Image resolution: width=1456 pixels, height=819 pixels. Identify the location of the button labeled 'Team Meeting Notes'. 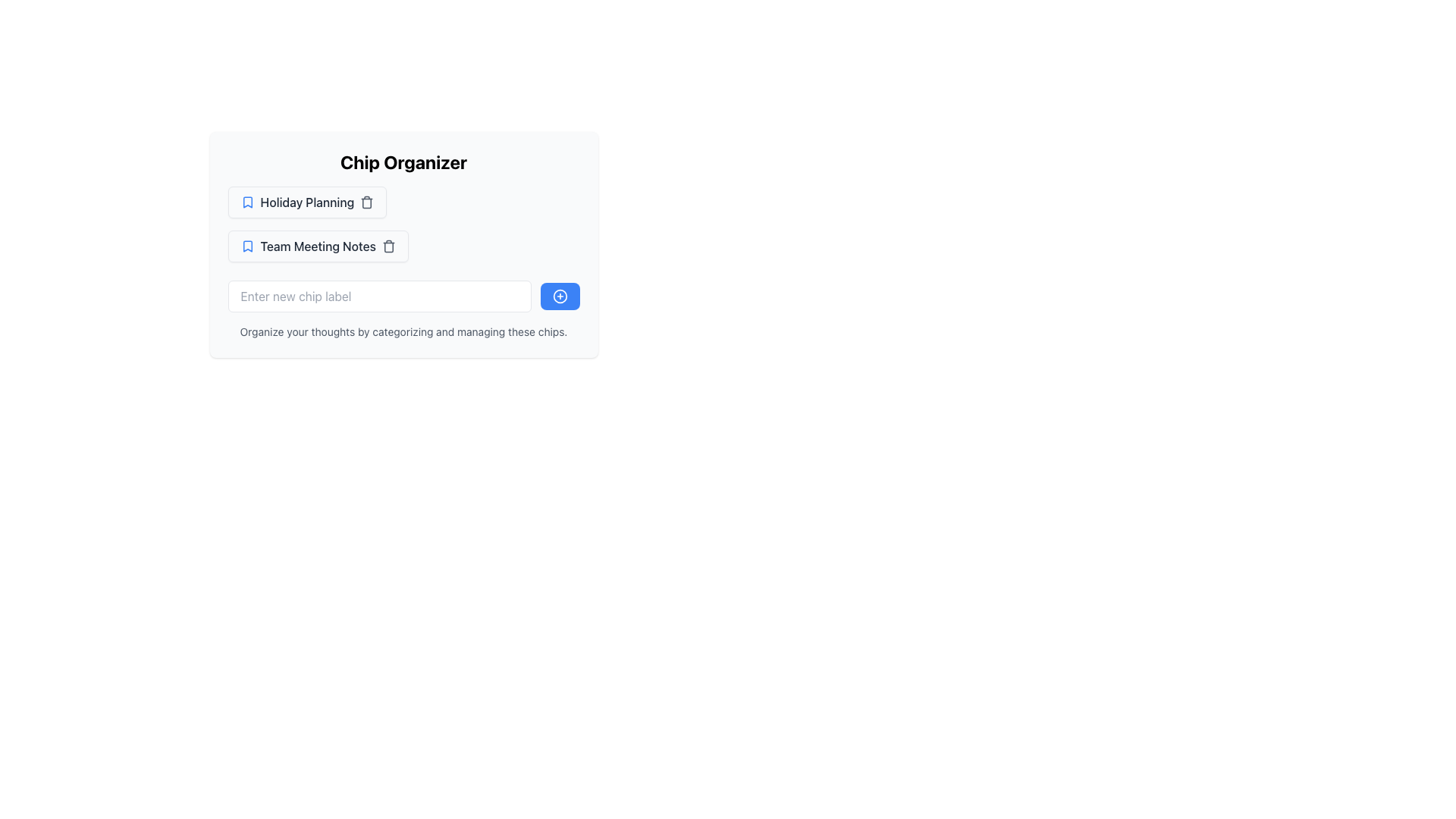
(317, 245).